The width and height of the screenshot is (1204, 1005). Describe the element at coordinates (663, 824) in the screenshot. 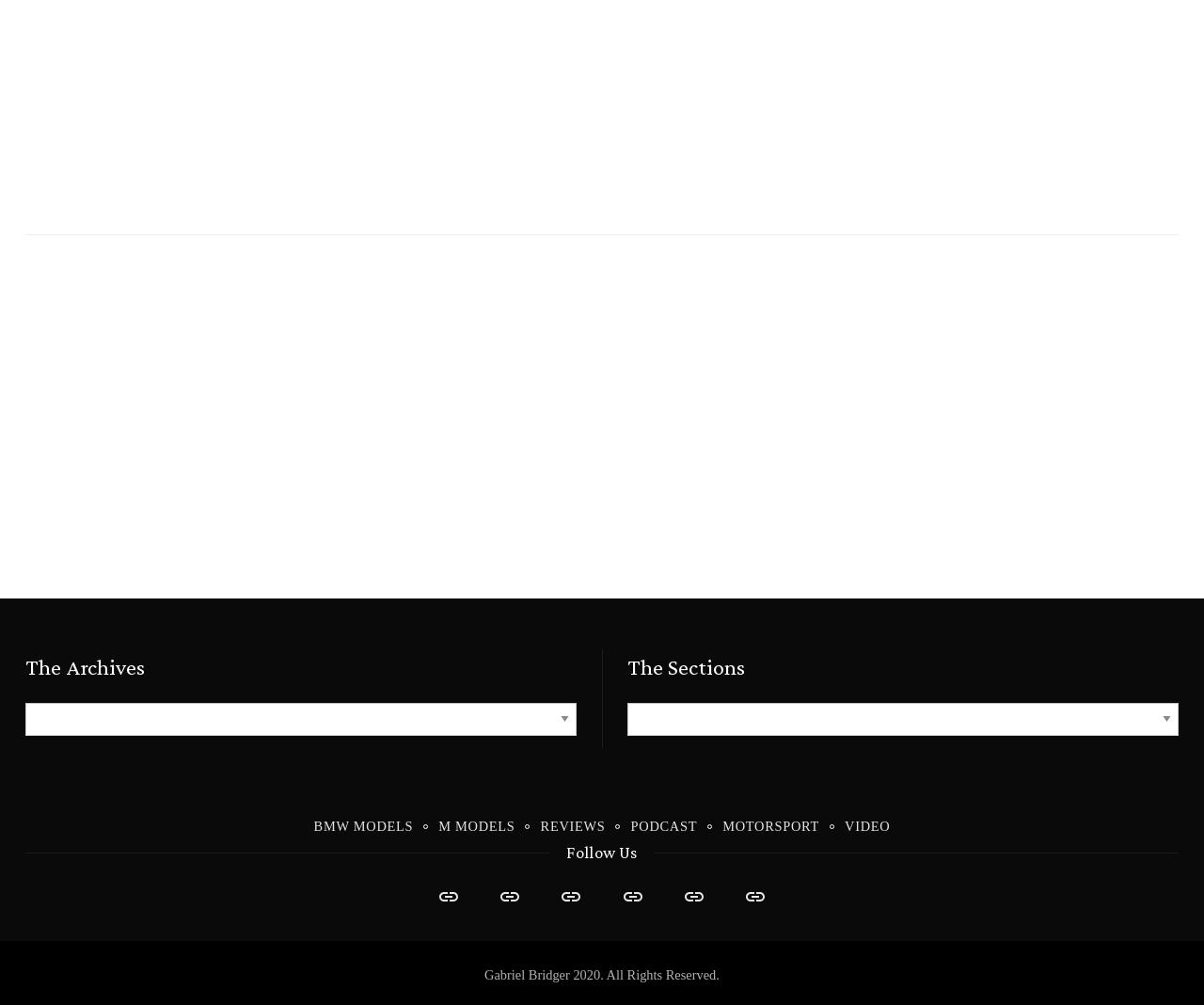

I see `'Podcast'` at that location.